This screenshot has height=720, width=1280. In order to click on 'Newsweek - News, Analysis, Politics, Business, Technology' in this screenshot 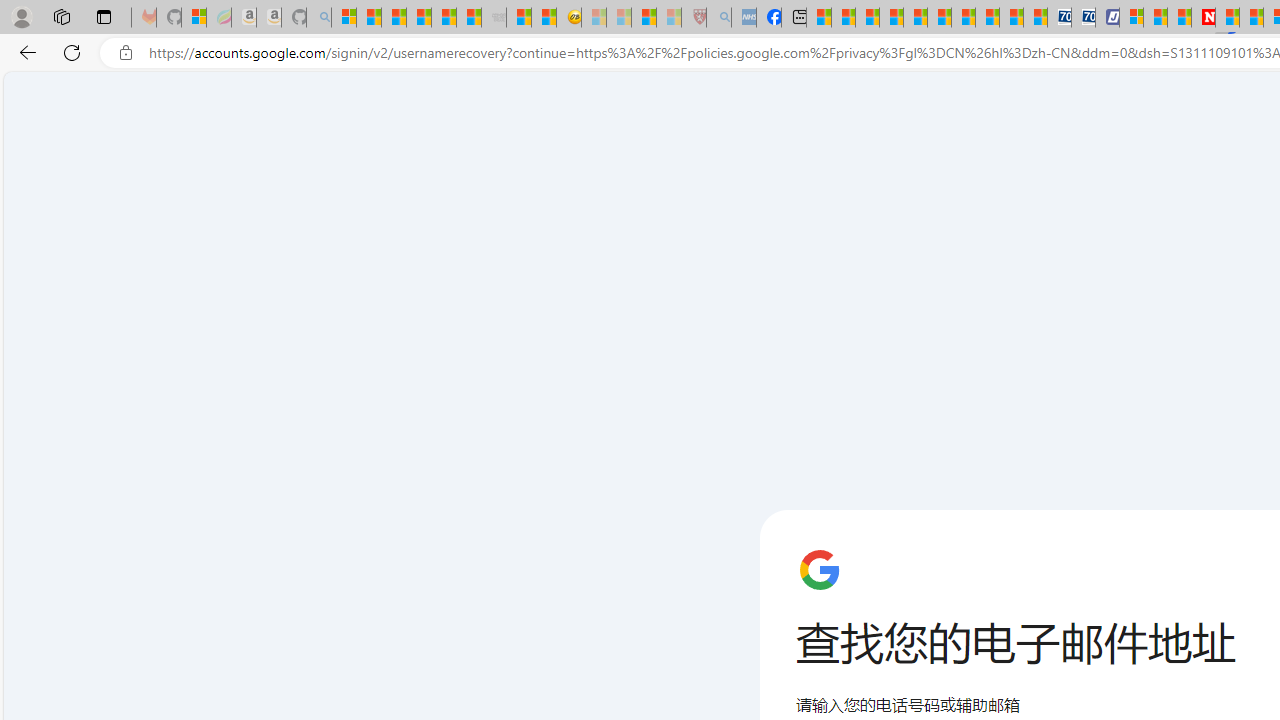, I will do `click(1202, 17)`.